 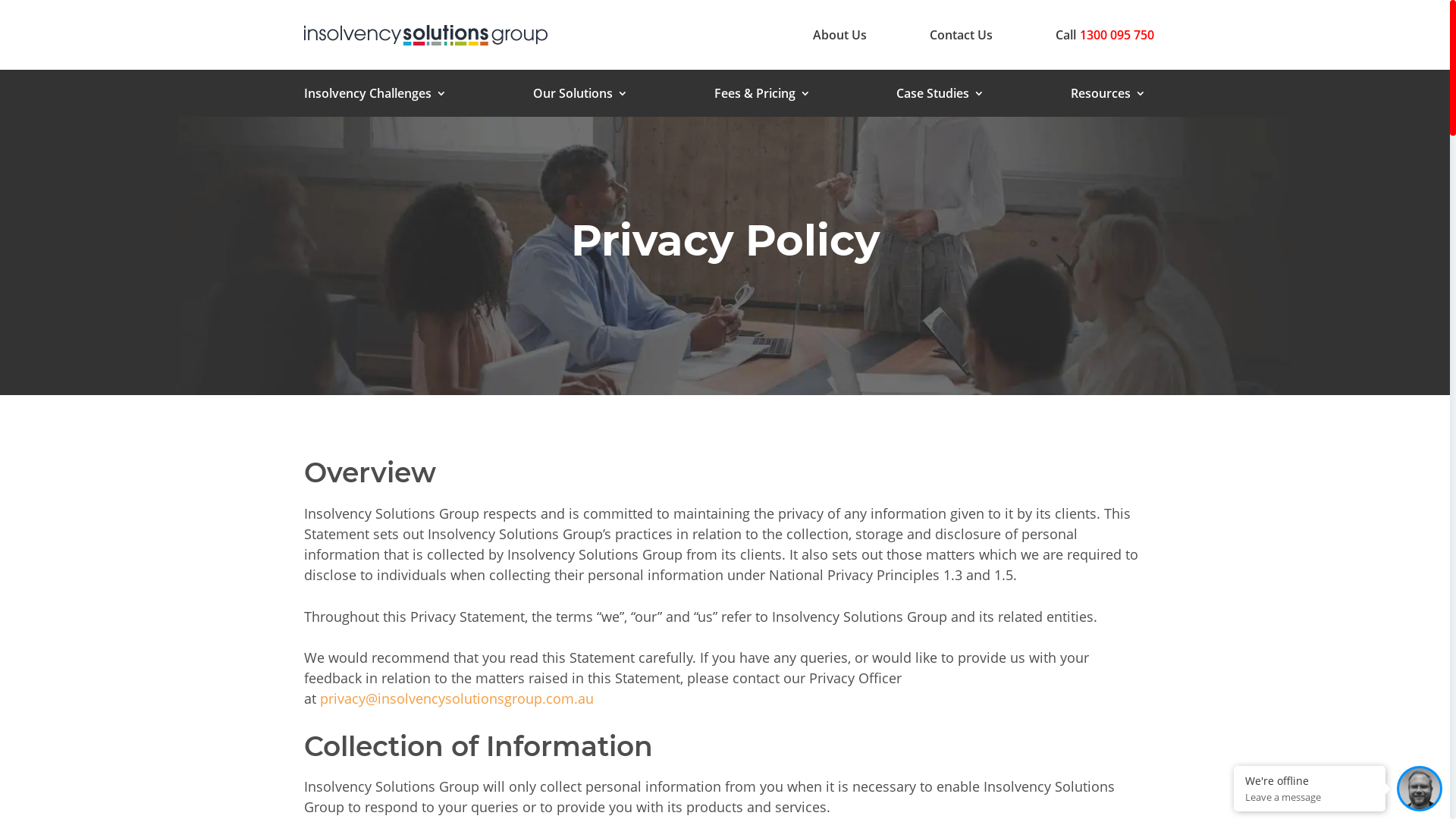 I want to click on 'About Us', so click(x=811, y=34).